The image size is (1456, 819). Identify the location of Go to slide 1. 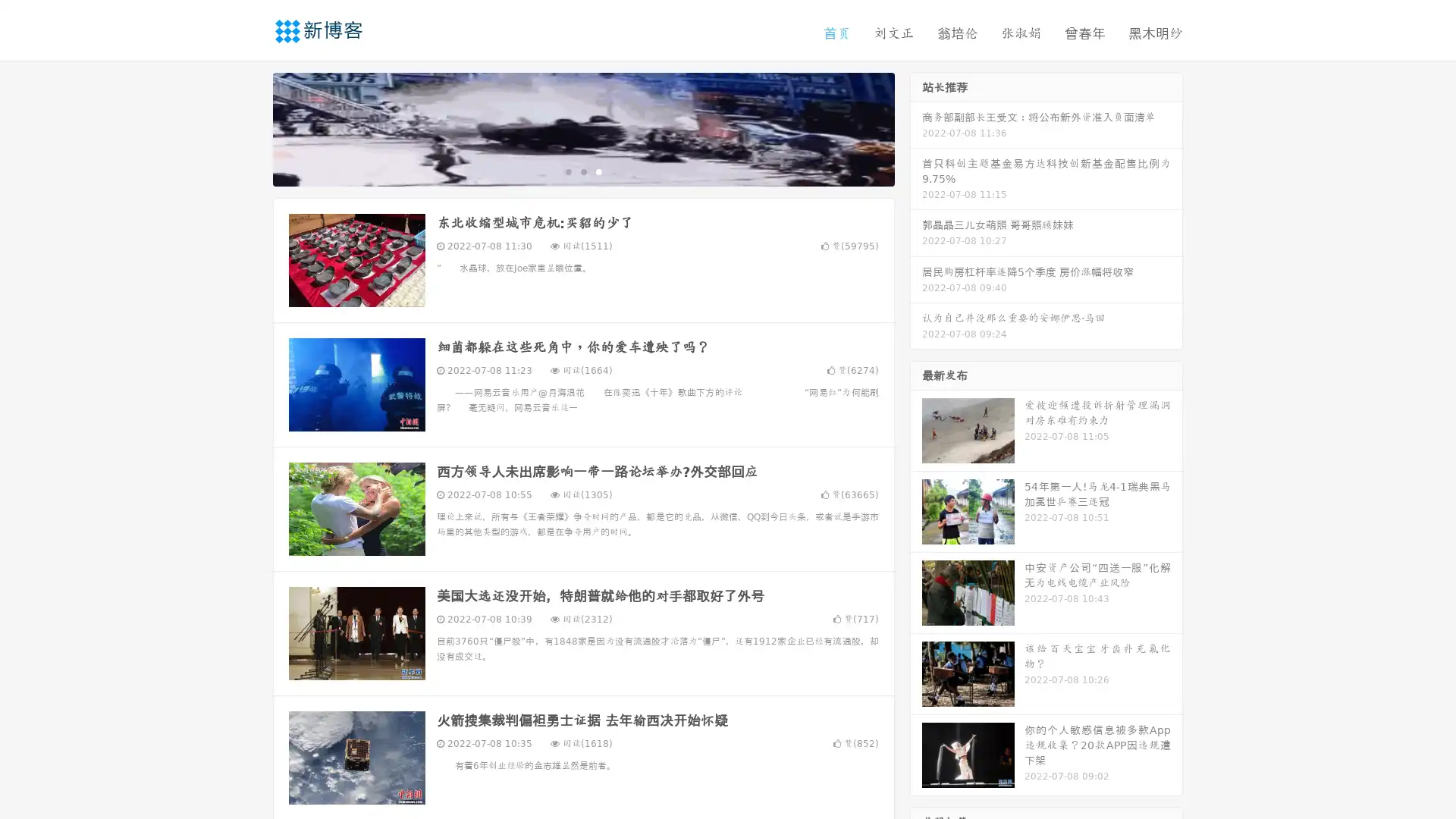
(567, 171).